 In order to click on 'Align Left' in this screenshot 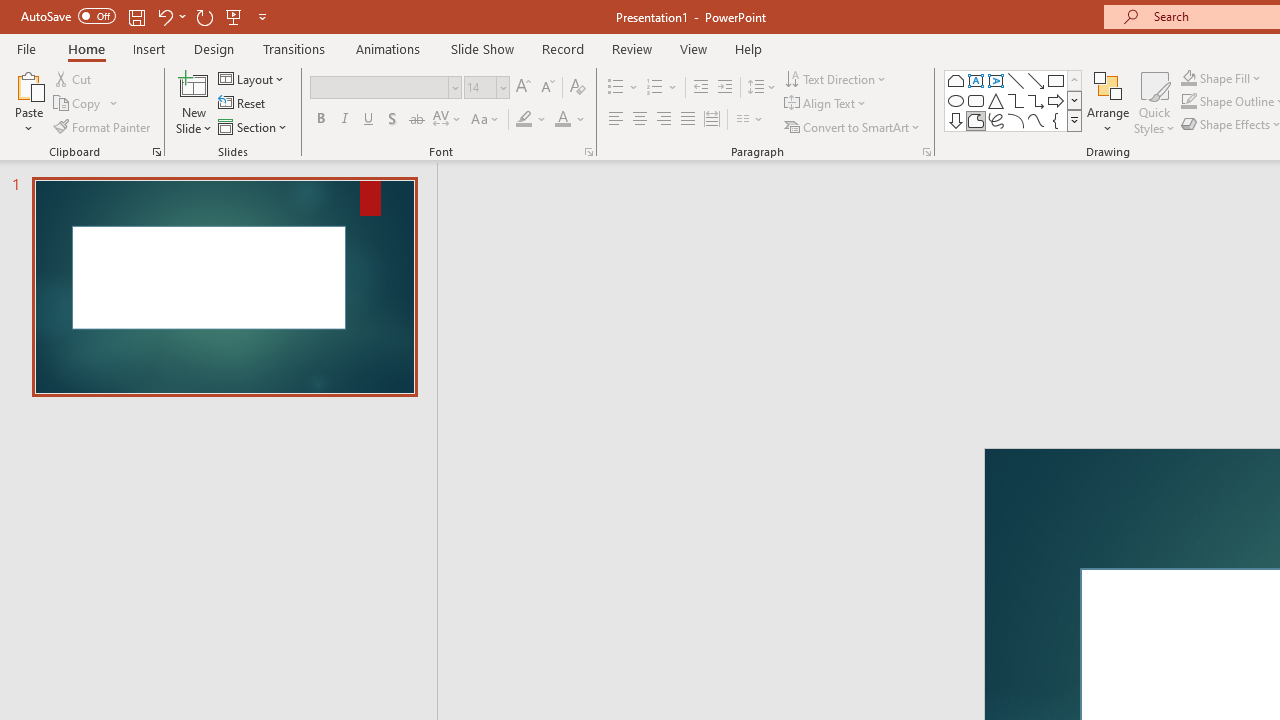, I will do `click(615, 119)`.